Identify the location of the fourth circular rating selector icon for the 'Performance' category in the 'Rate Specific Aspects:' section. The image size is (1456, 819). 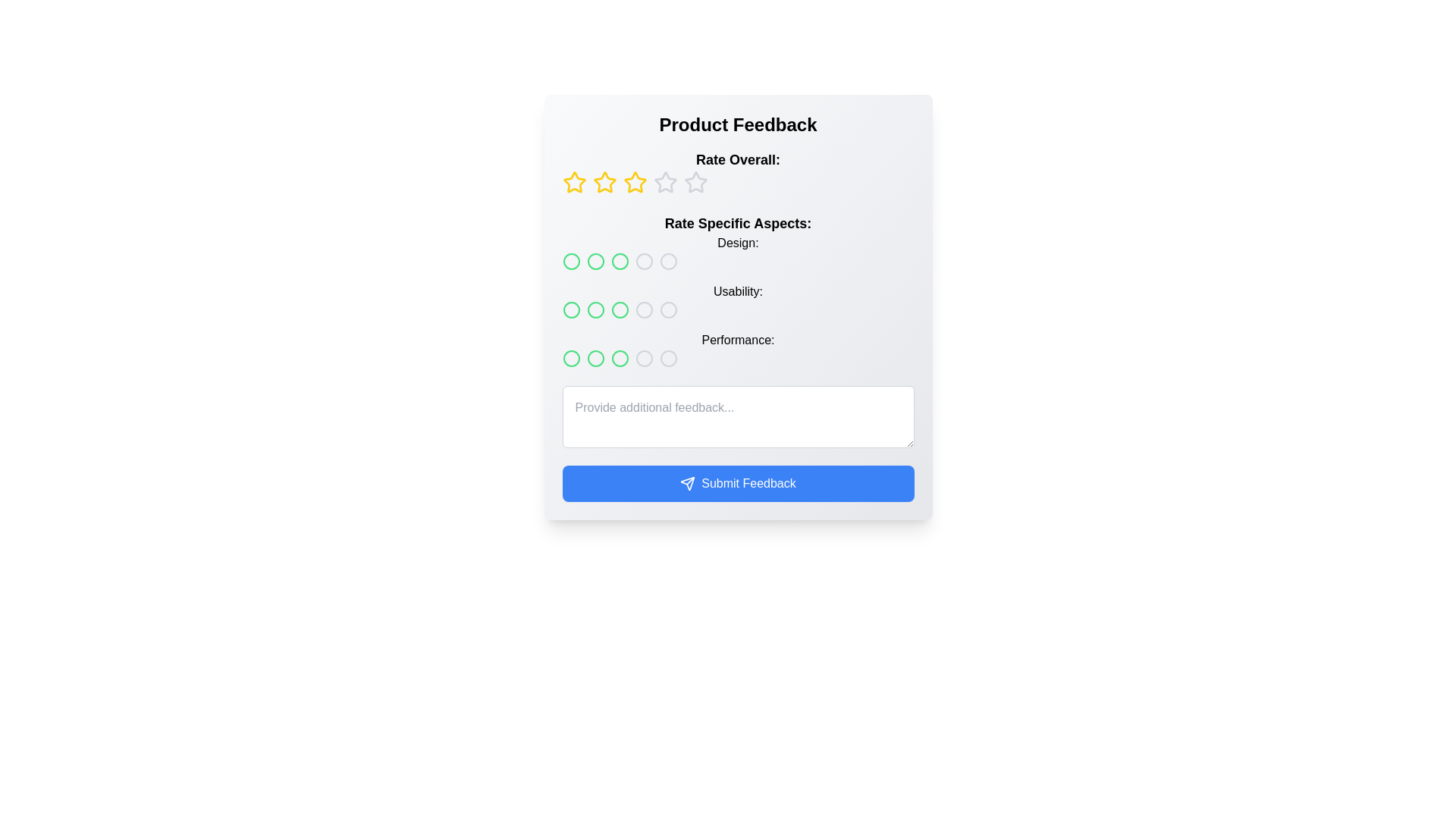
(667, 359).